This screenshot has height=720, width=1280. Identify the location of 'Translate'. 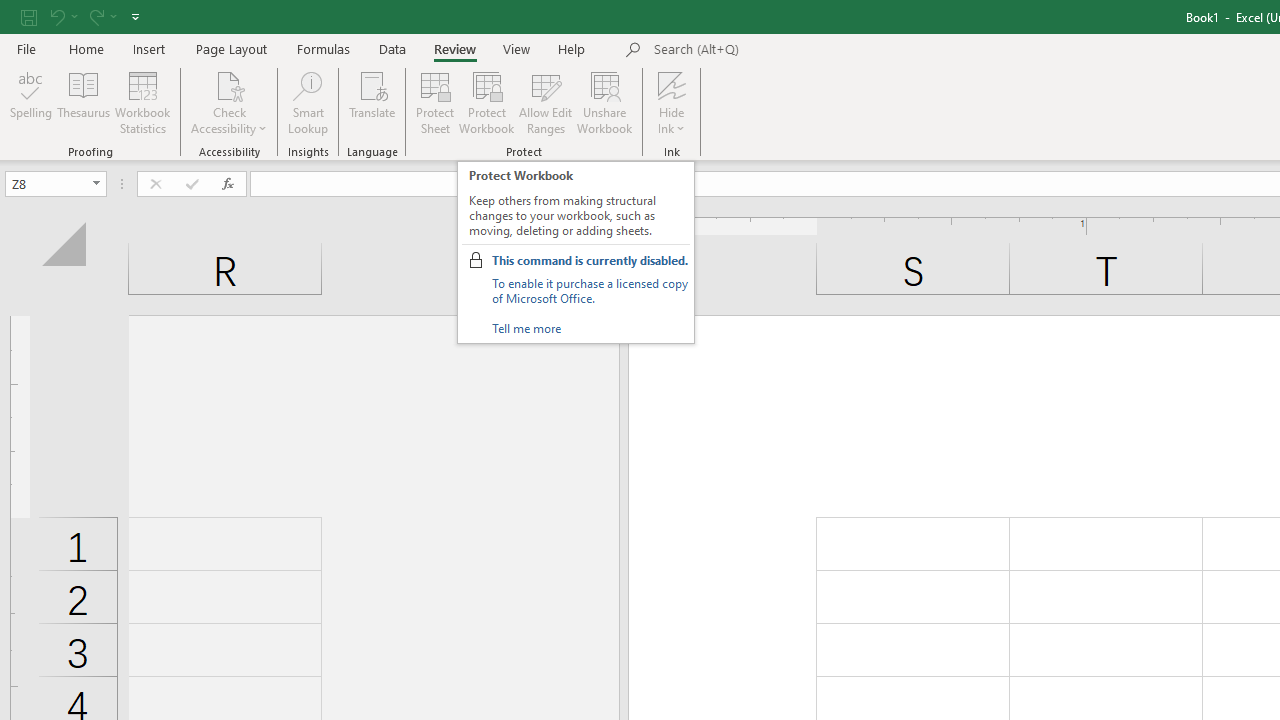
(372, 103).